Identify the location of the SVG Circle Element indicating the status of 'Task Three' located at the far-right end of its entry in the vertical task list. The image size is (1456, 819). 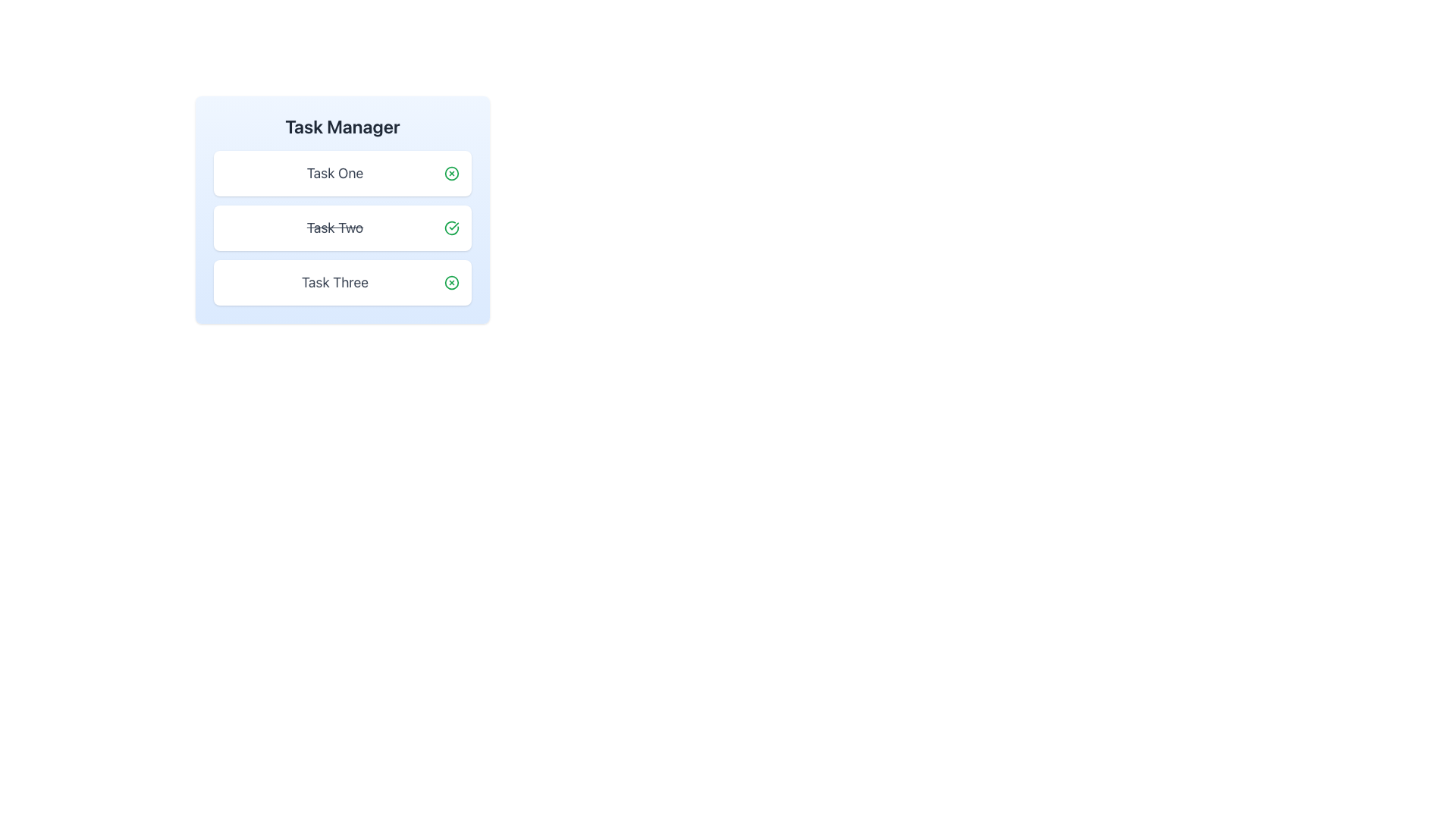
(450, 283).